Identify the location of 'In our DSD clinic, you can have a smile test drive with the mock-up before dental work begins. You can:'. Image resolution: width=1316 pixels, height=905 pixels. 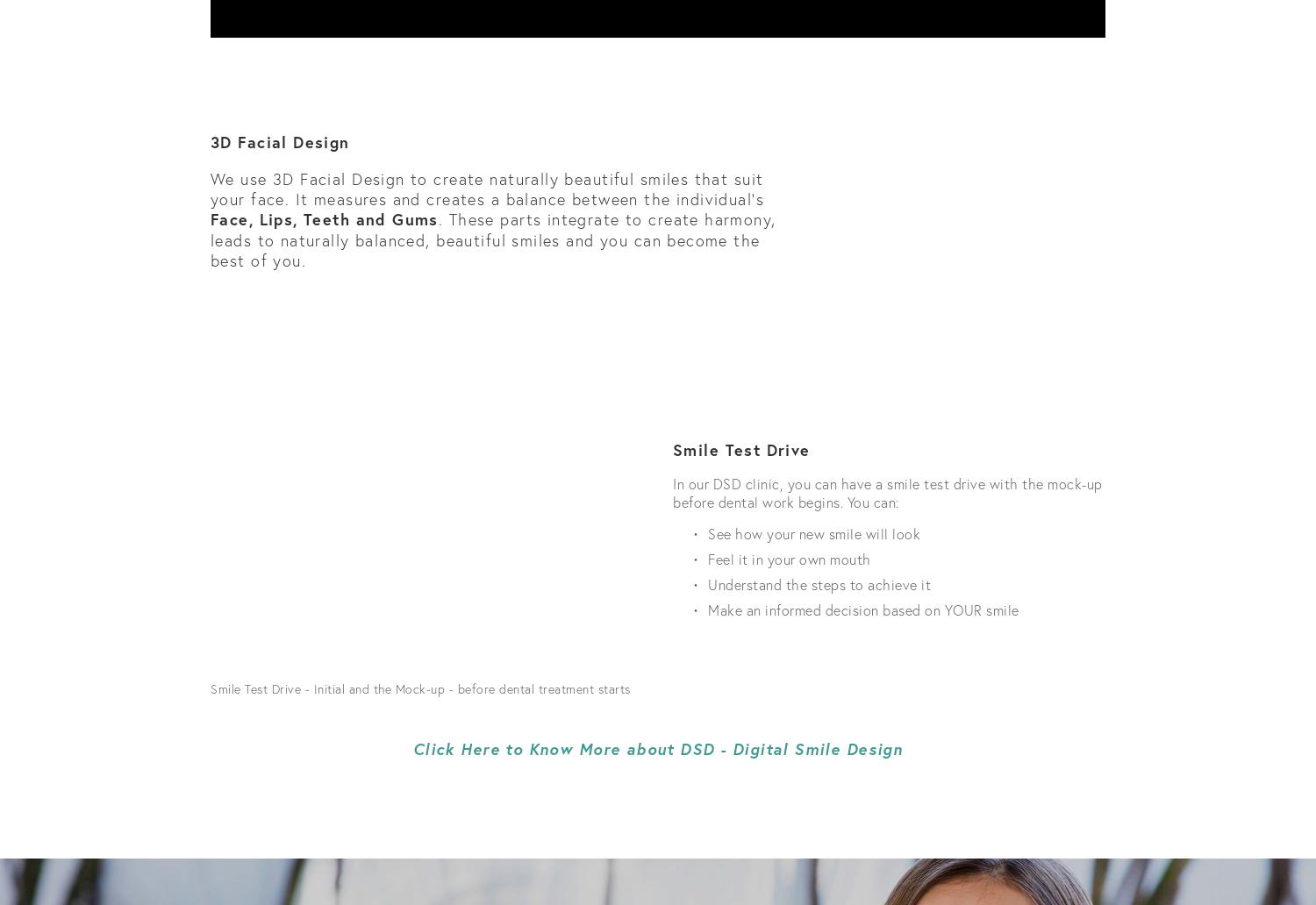
(890, 491).